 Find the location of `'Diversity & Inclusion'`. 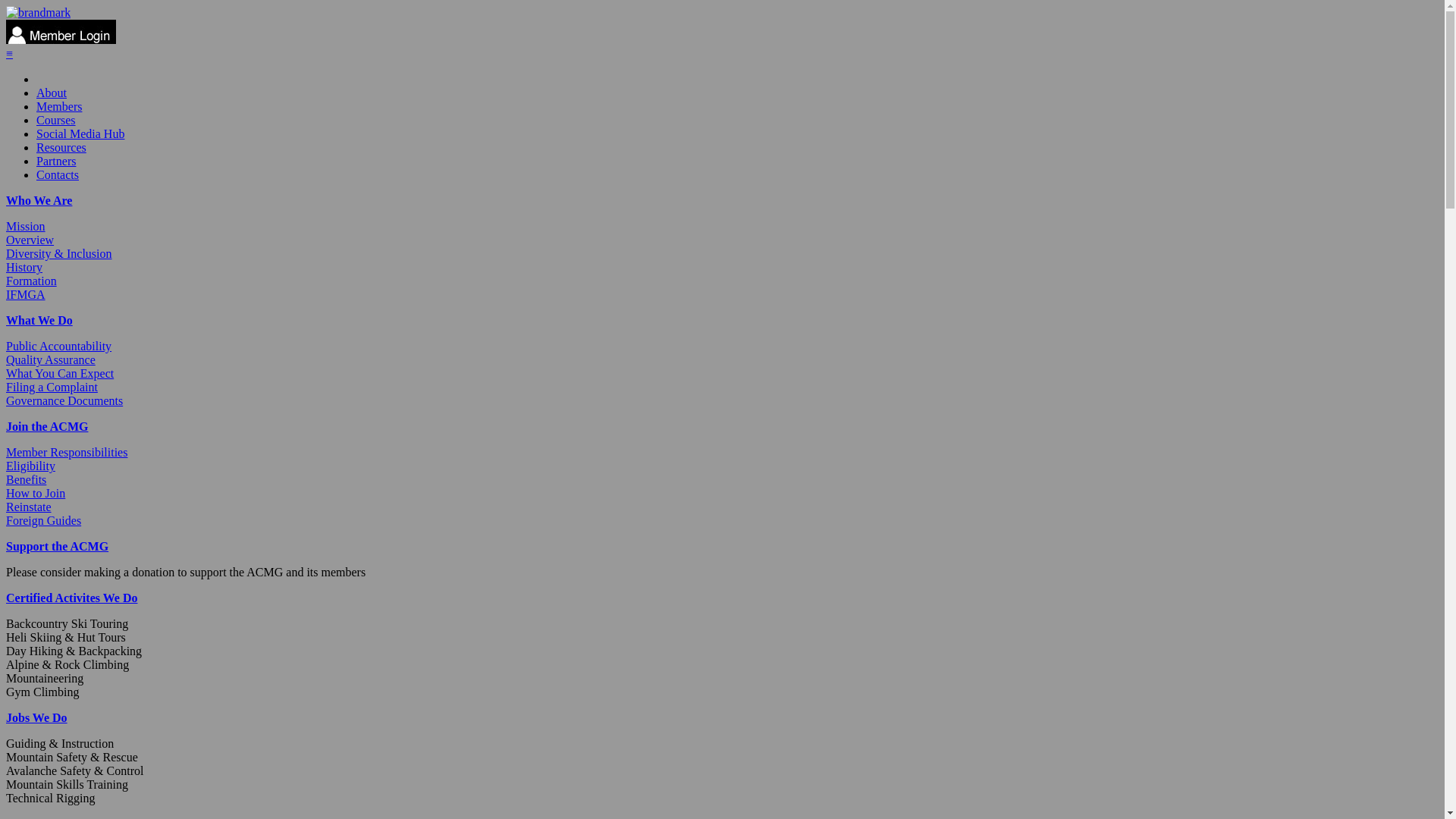

'Diversity & Inclusion' is located at coordinates (58, 253).